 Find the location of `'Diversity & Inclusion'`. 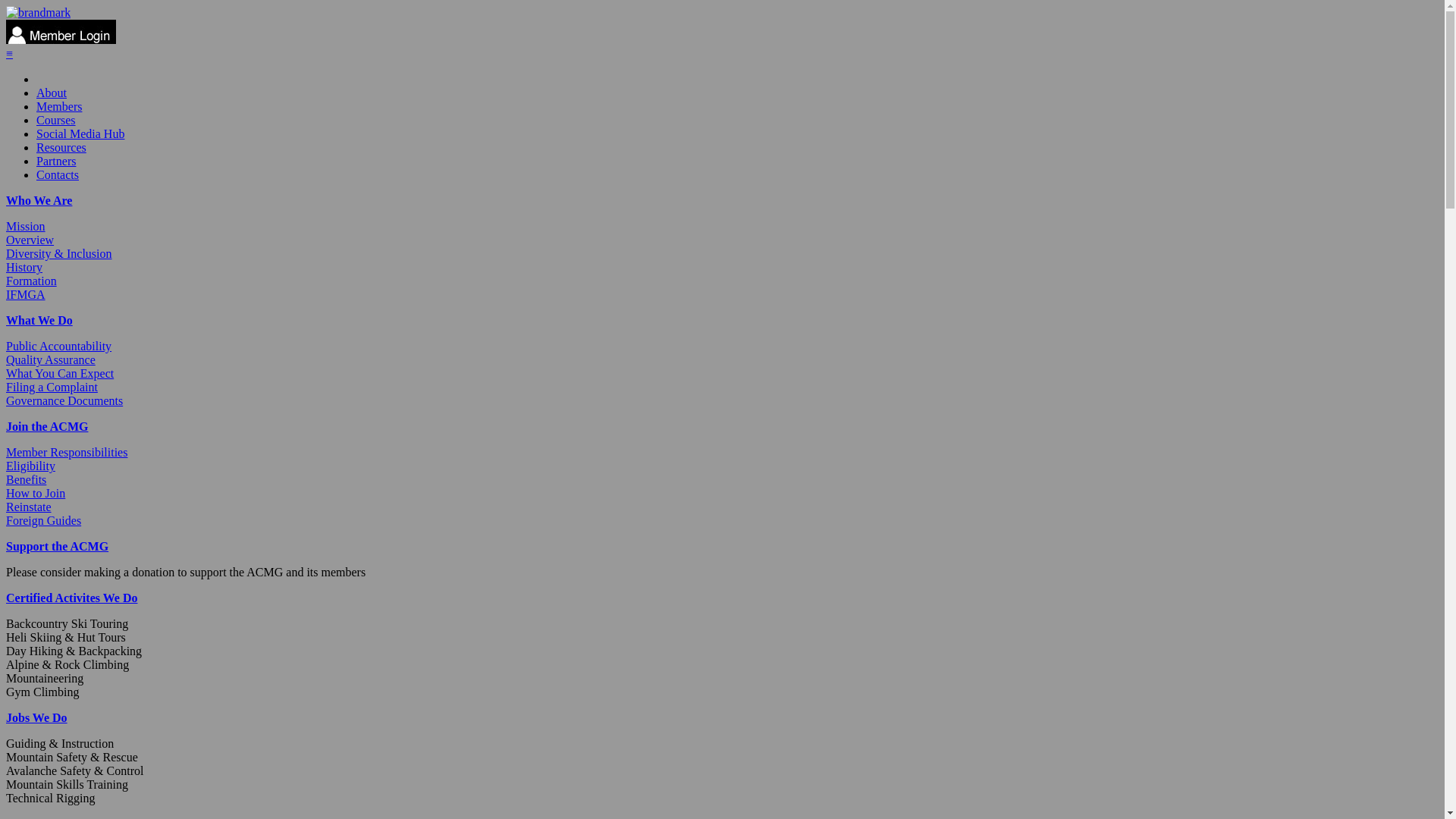

'Diversity & Inclusion' is located at coordinates (58, 253).